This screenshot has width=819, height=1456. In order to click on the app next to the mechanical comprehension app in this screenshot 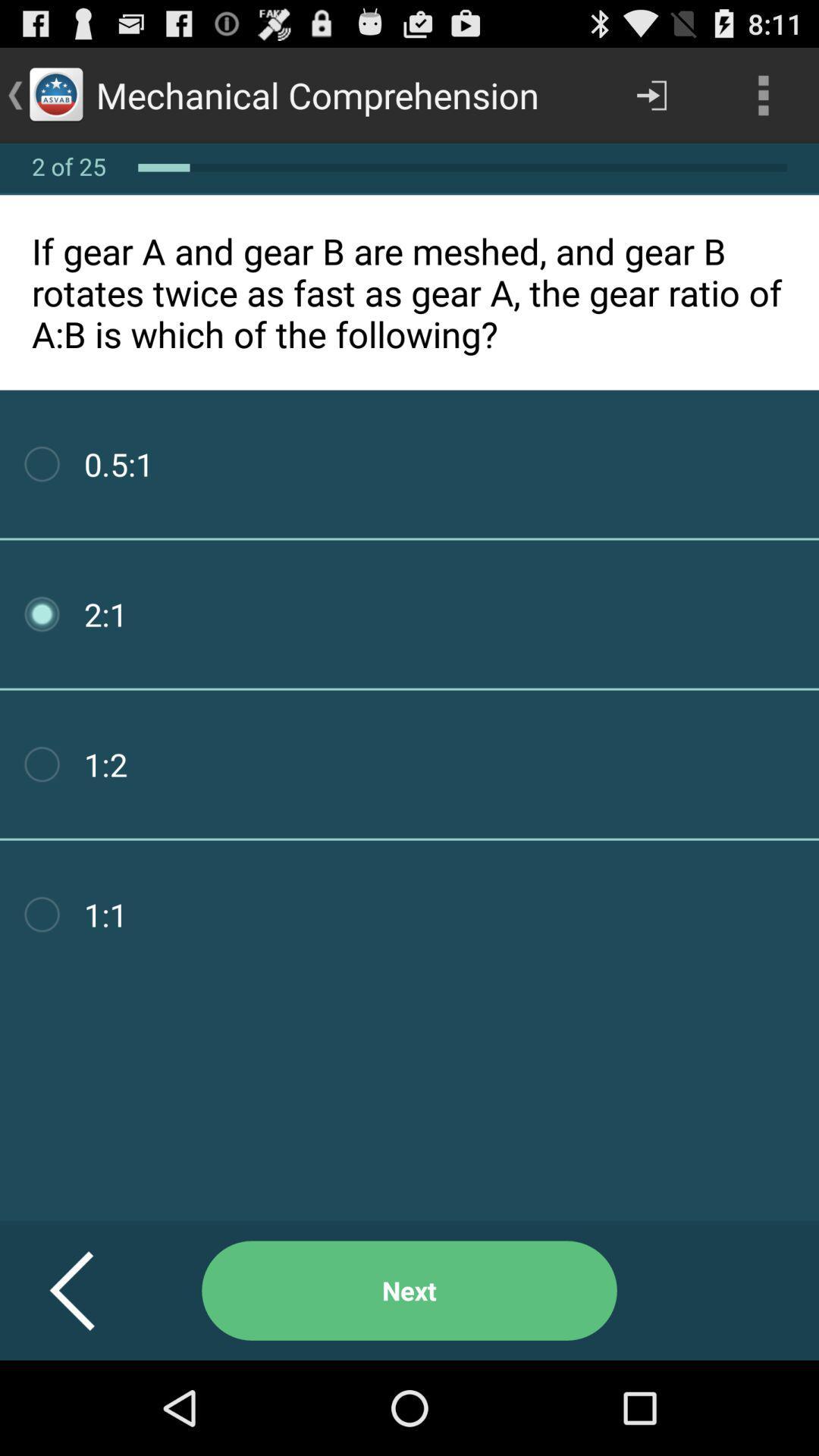, I will do `click(651, 94)`.